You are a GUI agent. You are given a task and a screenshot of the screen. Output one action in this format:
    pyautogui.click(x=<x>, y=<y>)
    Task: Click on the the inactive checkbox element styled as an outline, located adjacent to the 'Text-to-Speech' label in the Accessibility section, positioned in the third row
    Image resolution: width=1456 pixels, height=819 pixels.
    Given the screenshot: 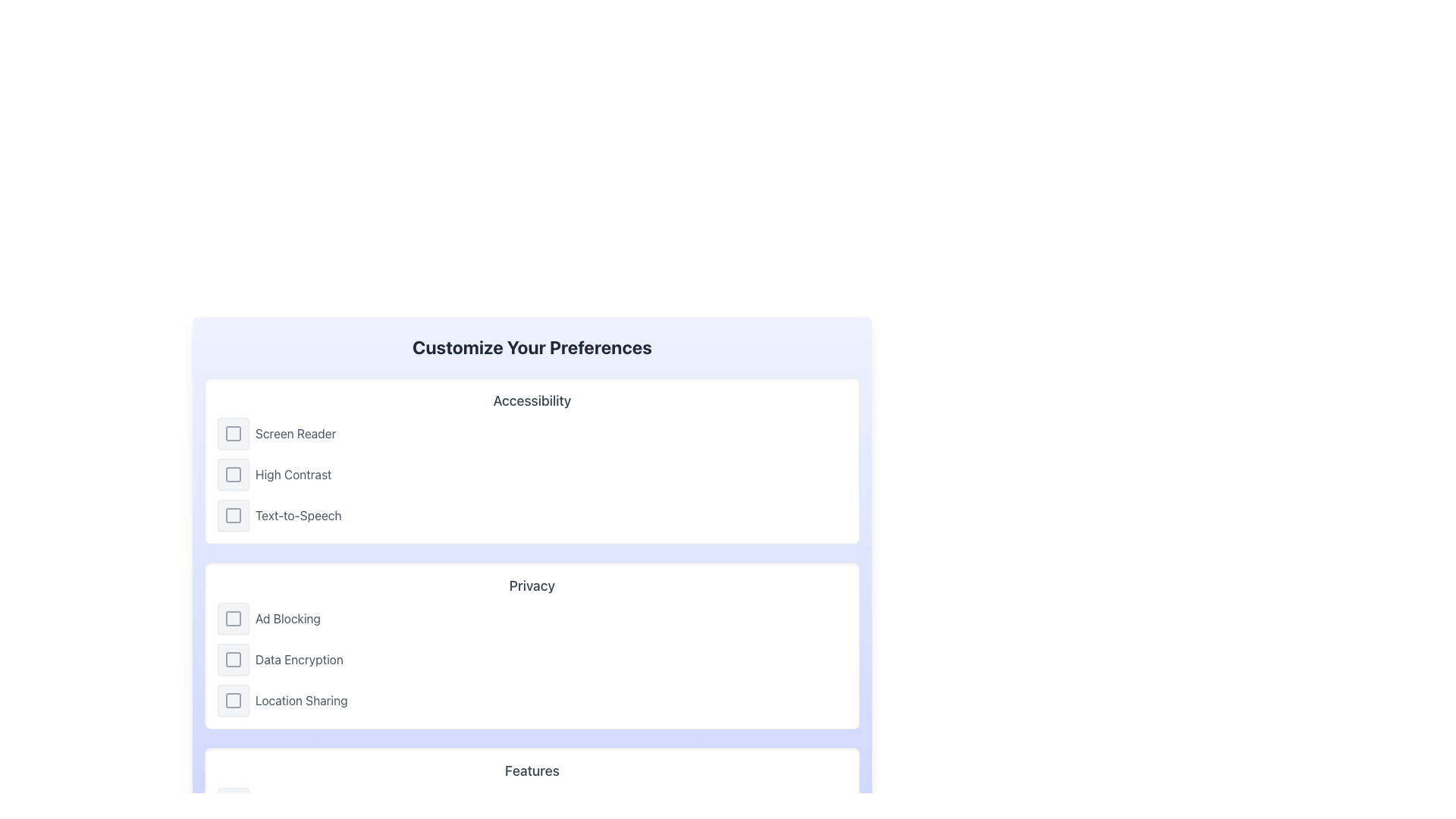 What is the action you would take?
    pyautogui.click(x=232, y=514)
    